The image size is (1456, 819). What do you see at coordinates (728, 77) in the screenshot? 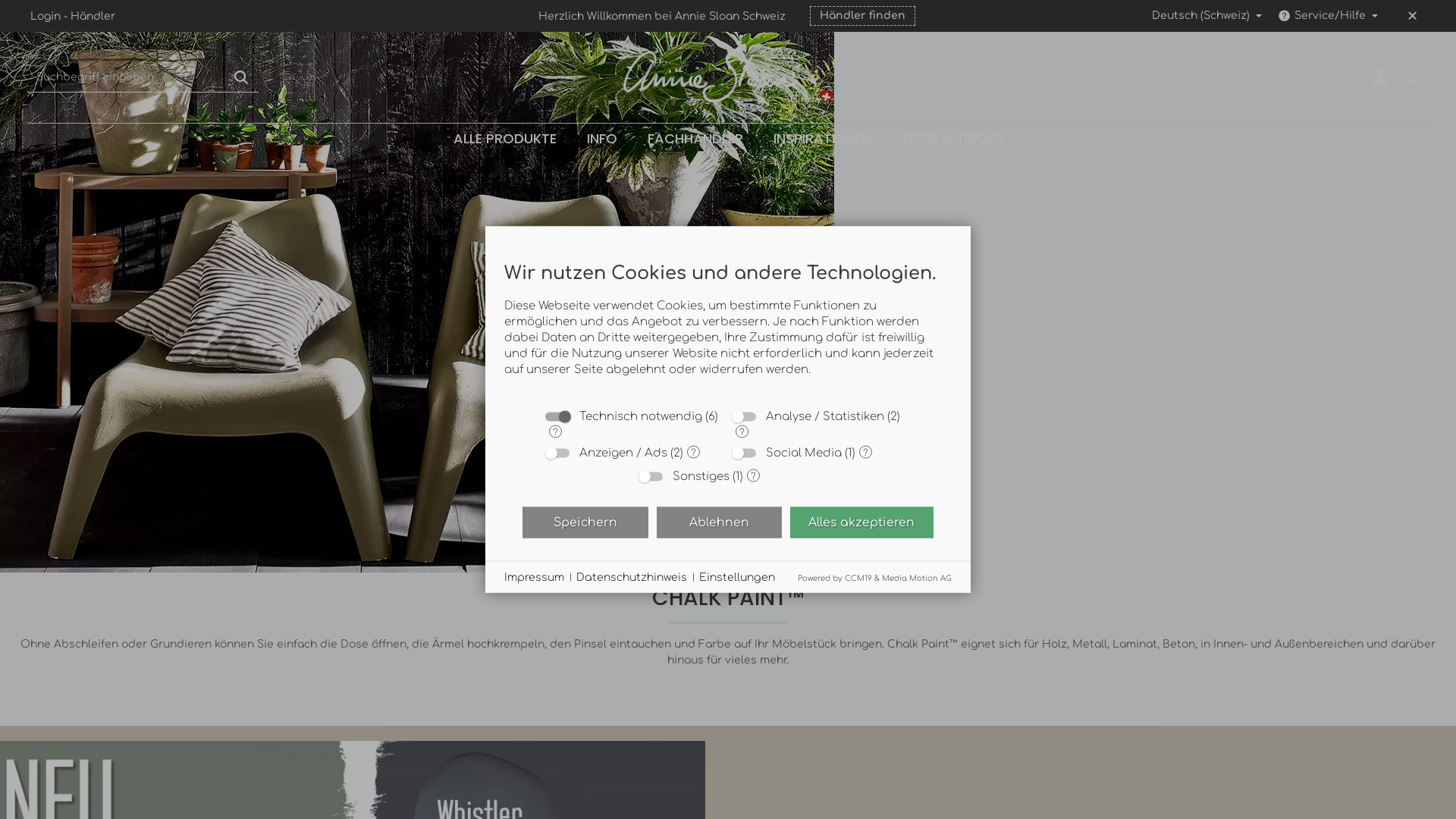
I see `'Zur Startseite gehen'` at bounding box center [728, 77].